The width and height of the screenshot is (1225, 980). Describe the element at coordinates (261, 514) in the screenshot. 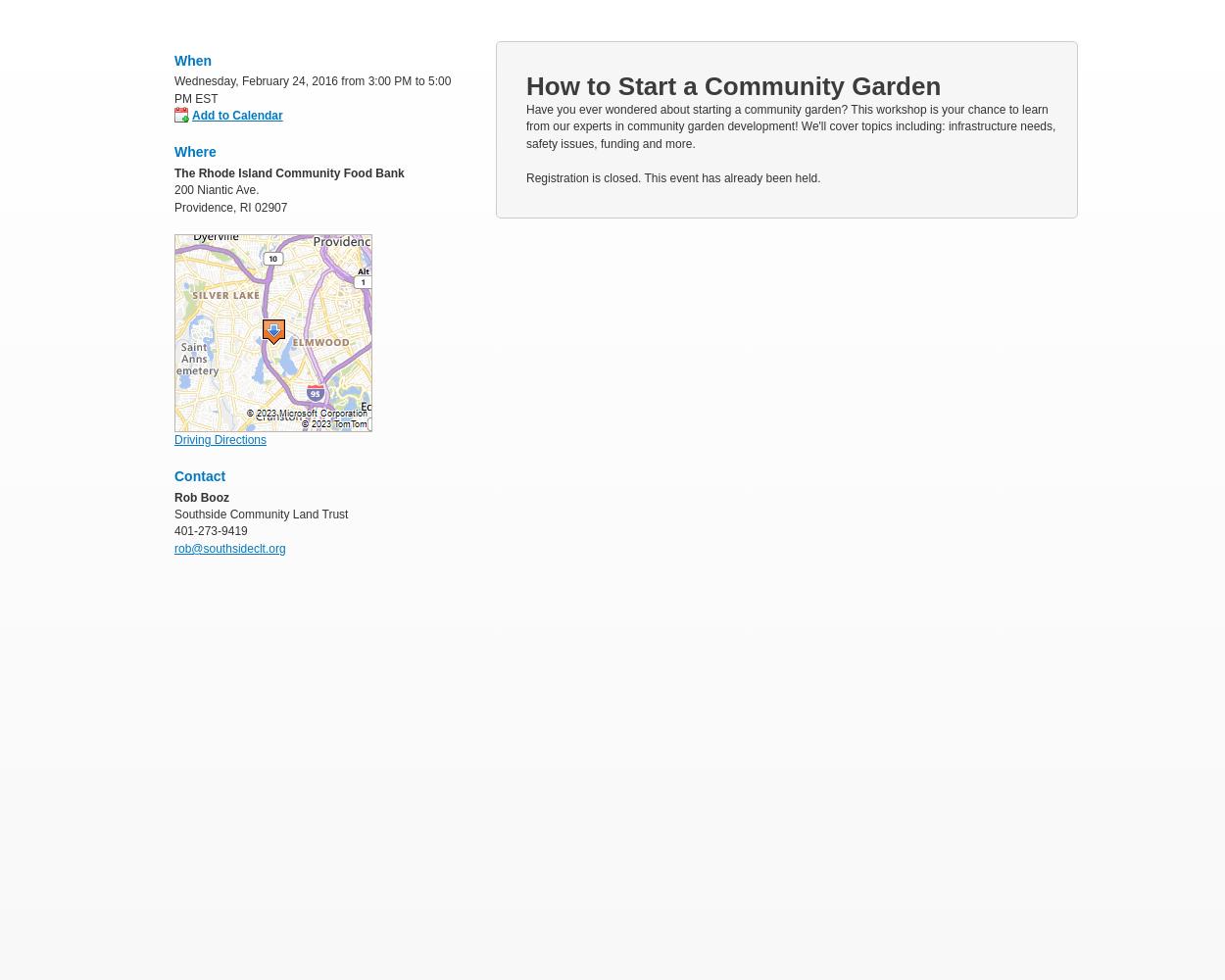

I see `'Southside Community Land Trust'` at that location.